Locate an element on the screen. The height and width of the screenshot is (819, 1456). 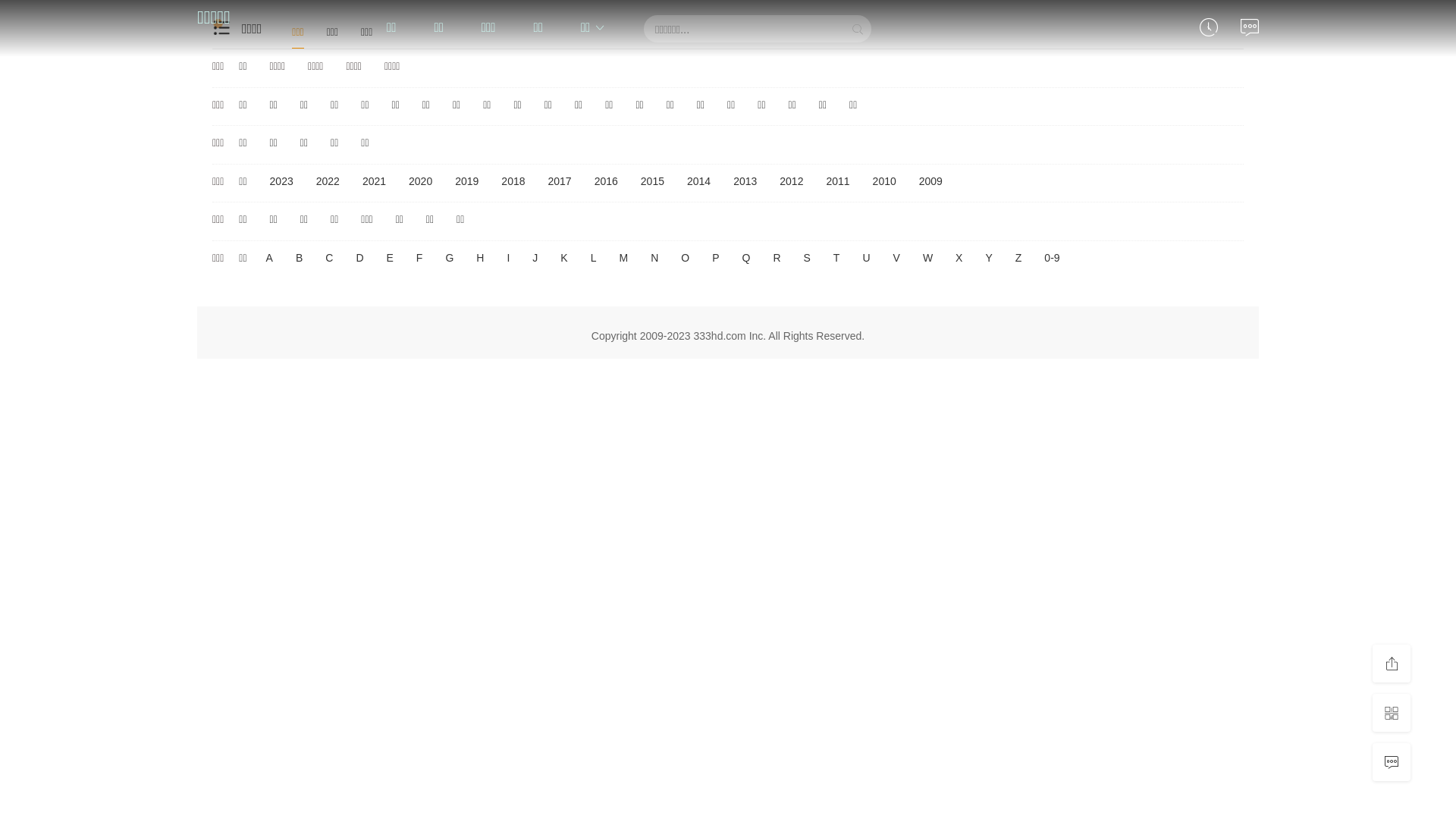
'Q' is located at coordinates (746, 257).